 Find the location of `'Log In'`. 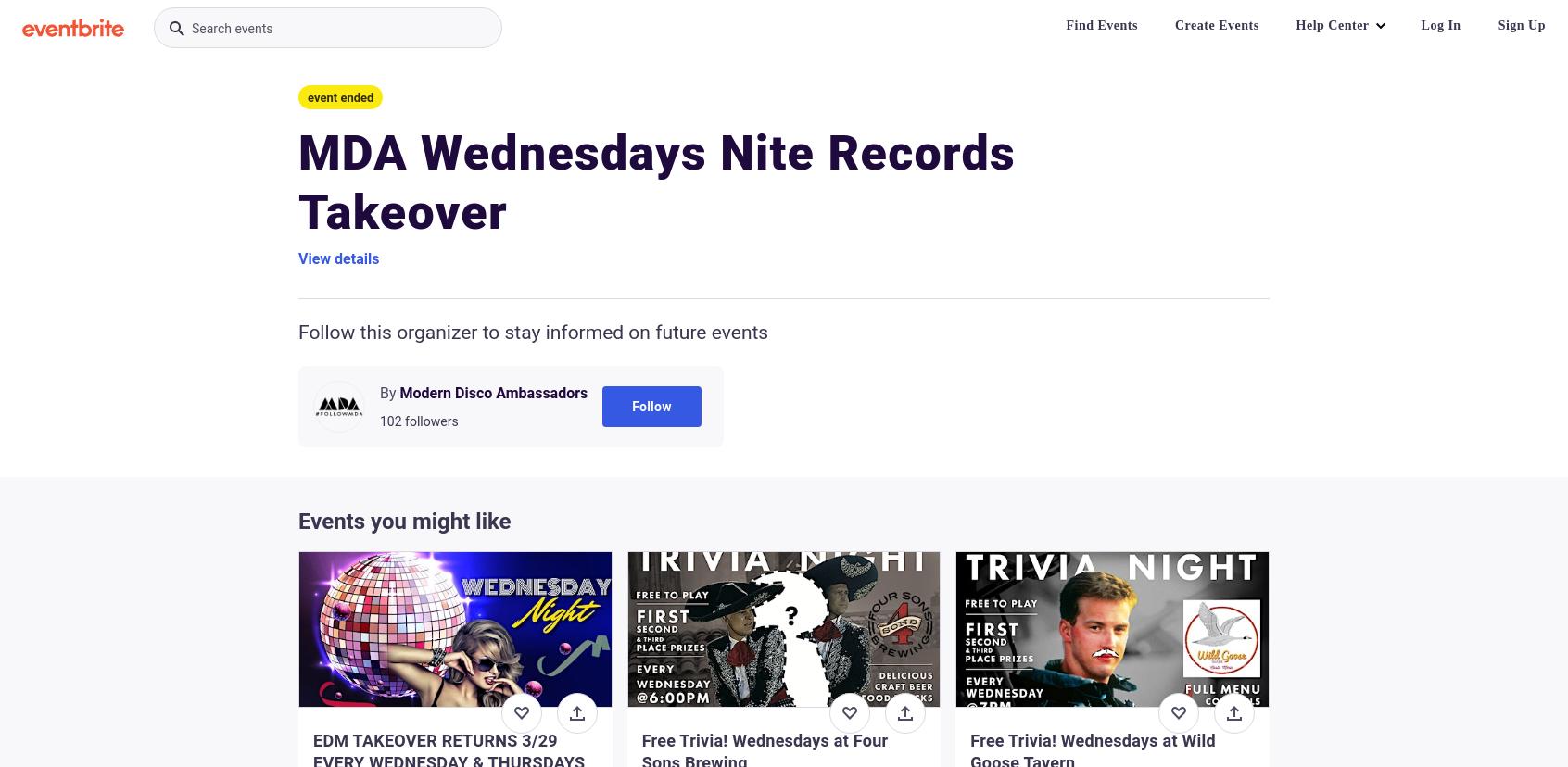

'Log In' is located at coordinates (1439, 25).